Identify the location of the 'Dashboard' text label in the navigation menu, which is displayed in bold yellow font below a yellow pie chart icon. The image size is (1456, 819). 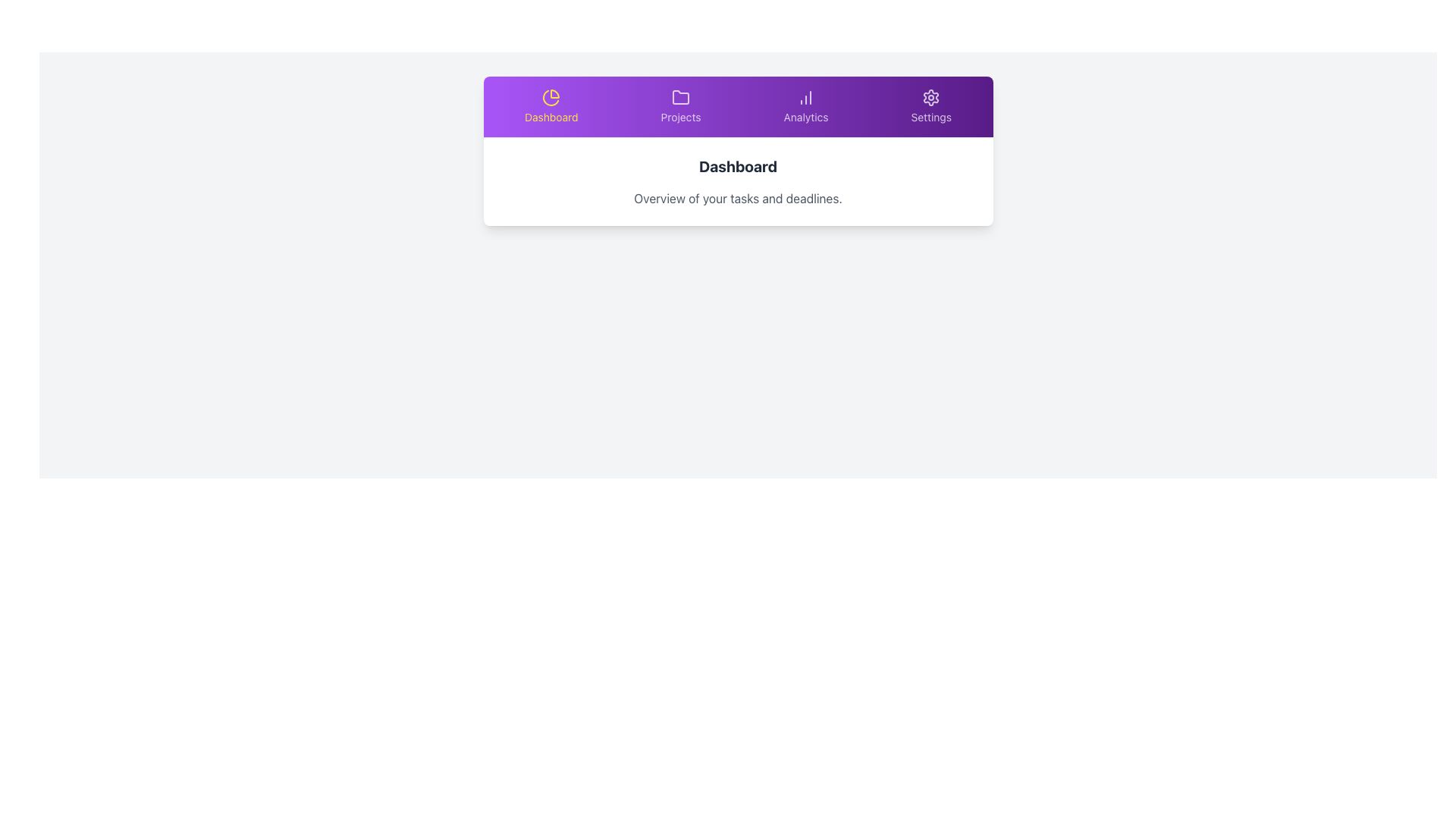
(551, 116).